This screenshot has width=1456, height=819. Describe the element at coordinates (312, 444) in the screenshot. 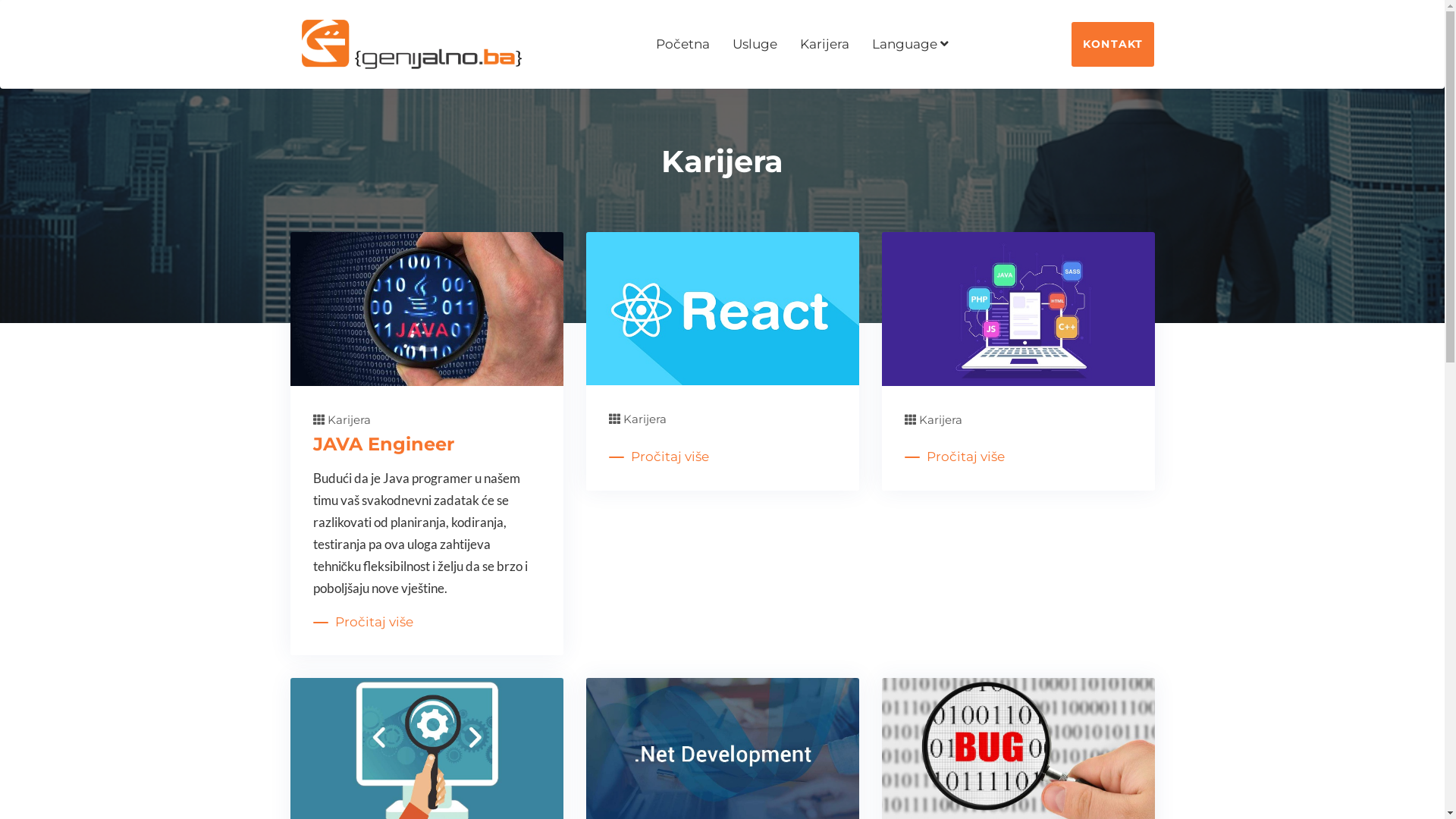

I see `'JAVA Engineer'` at that location.